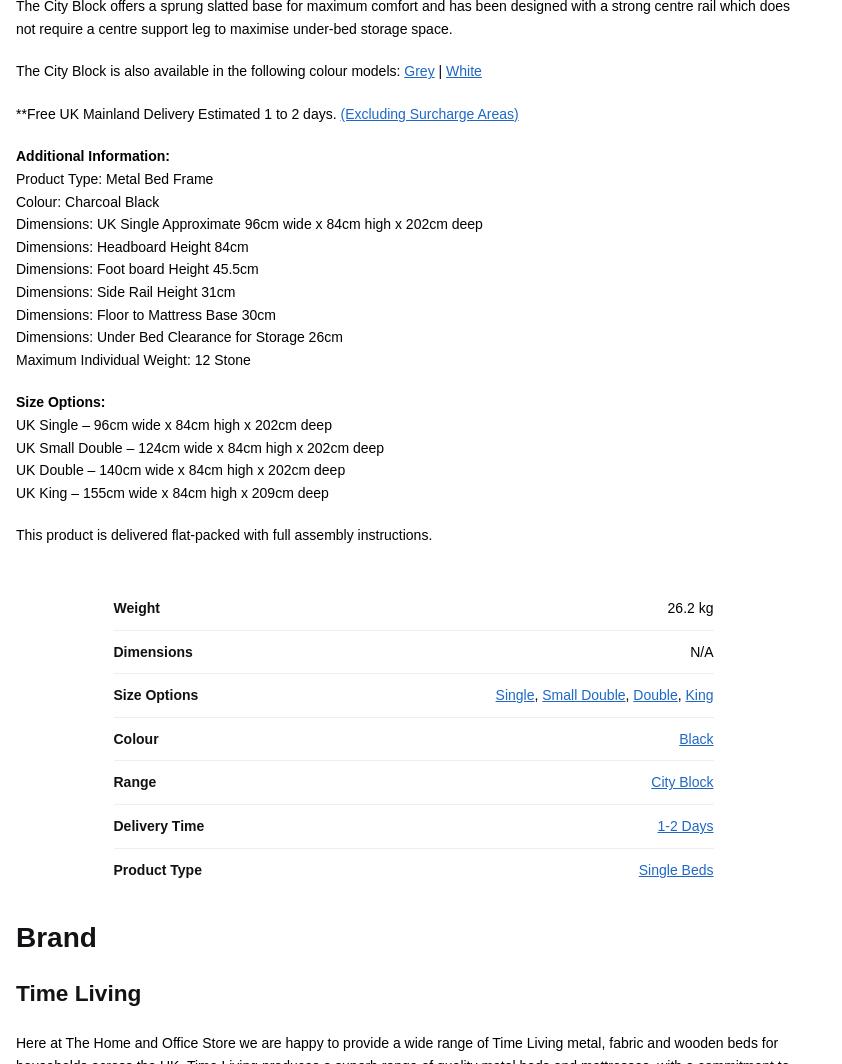 Image resolution: width=842 pixels, height=1064 pixels. Describe the element at coordinates (439, 97) in the screenshot. I see `'|'` at that location.